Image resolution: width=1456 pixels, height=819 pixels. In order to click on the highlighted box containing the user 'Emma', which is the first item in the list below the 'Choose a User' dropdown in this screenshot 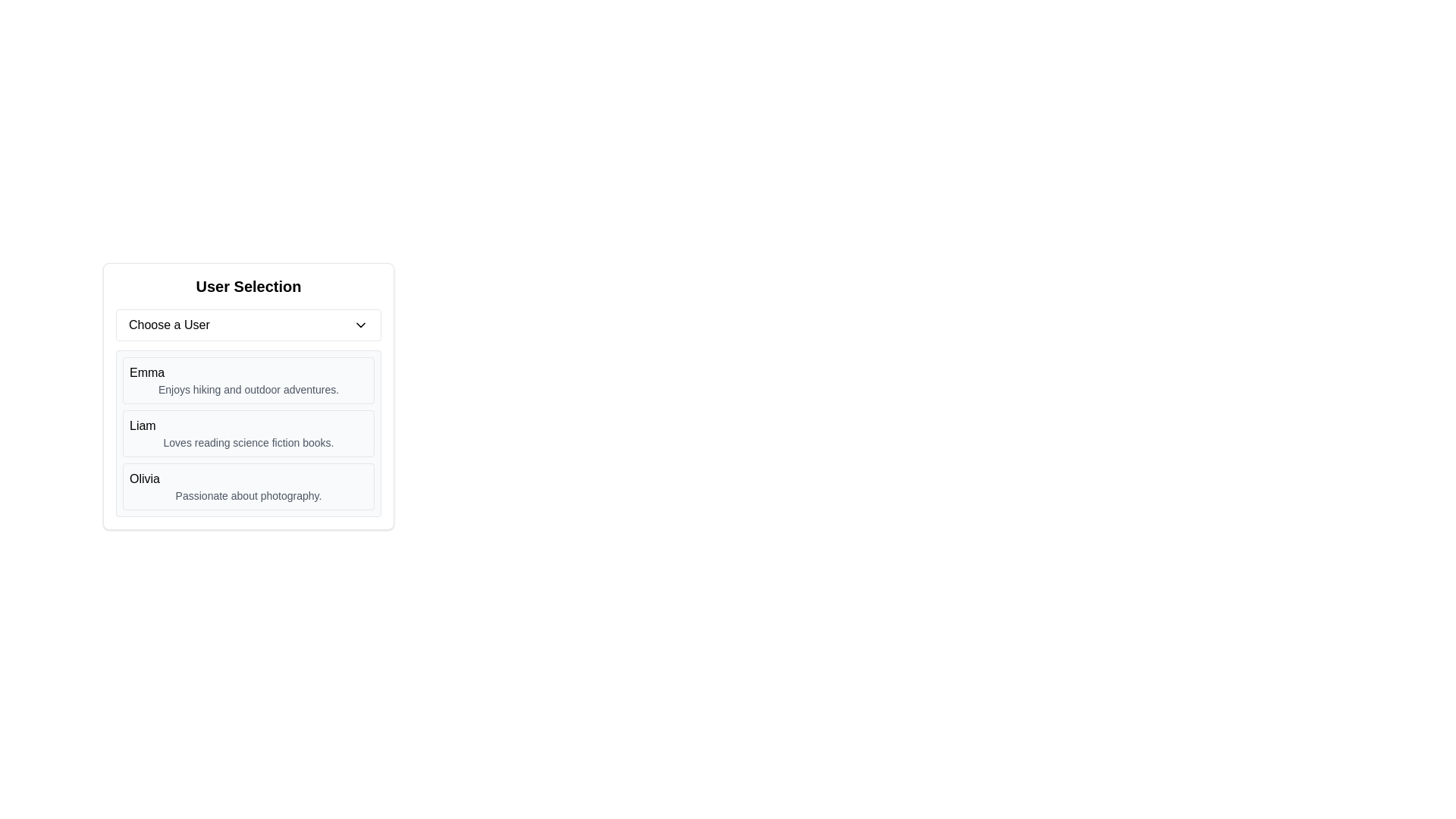, I will do `click(248, 379)`.